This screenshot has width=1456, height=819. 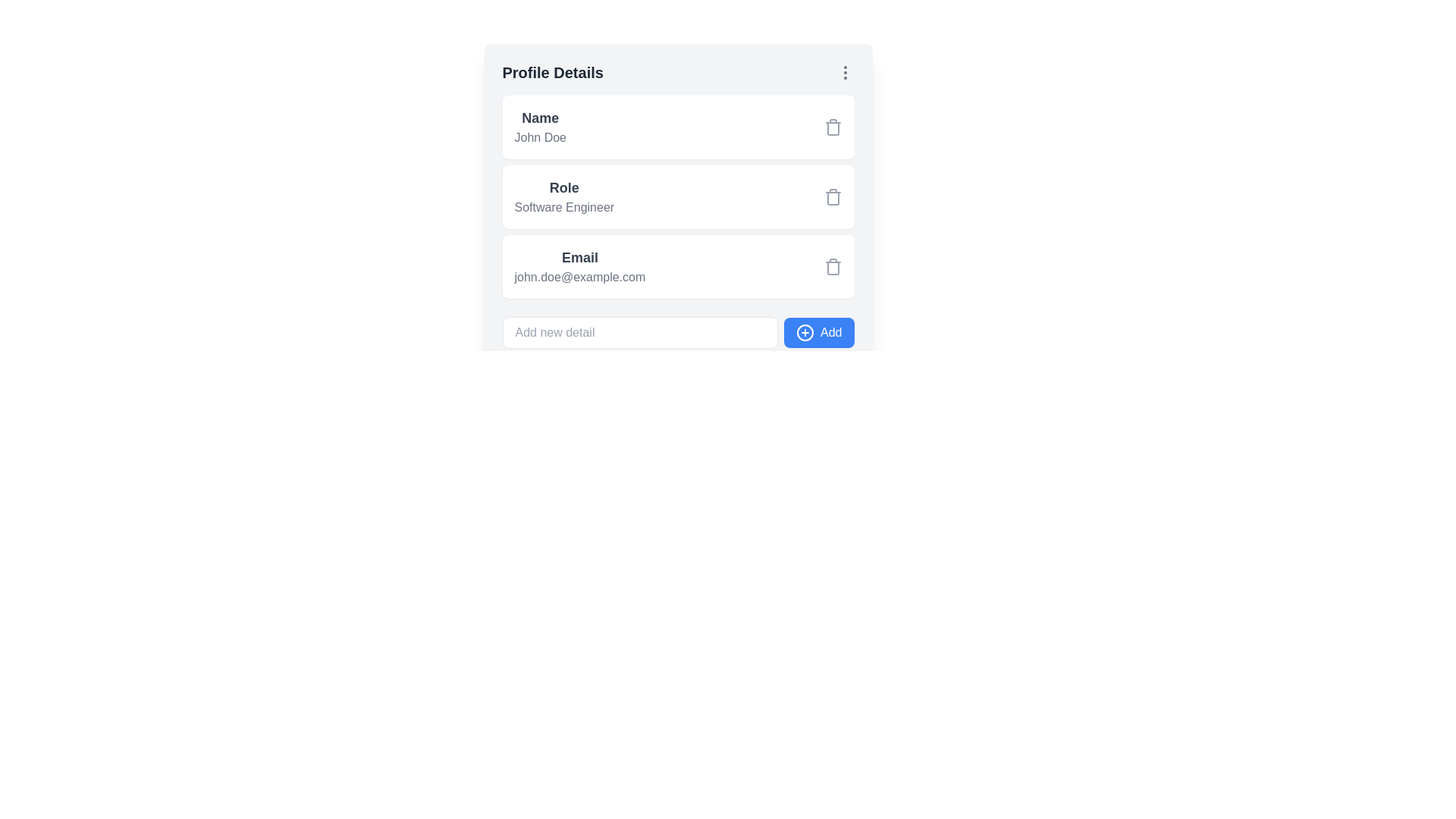 What do you see at coordinates (805, 332) in the screenshot?
I see `the circular icon located at the center of the SVG graphic` at bounding box center [805, 332].